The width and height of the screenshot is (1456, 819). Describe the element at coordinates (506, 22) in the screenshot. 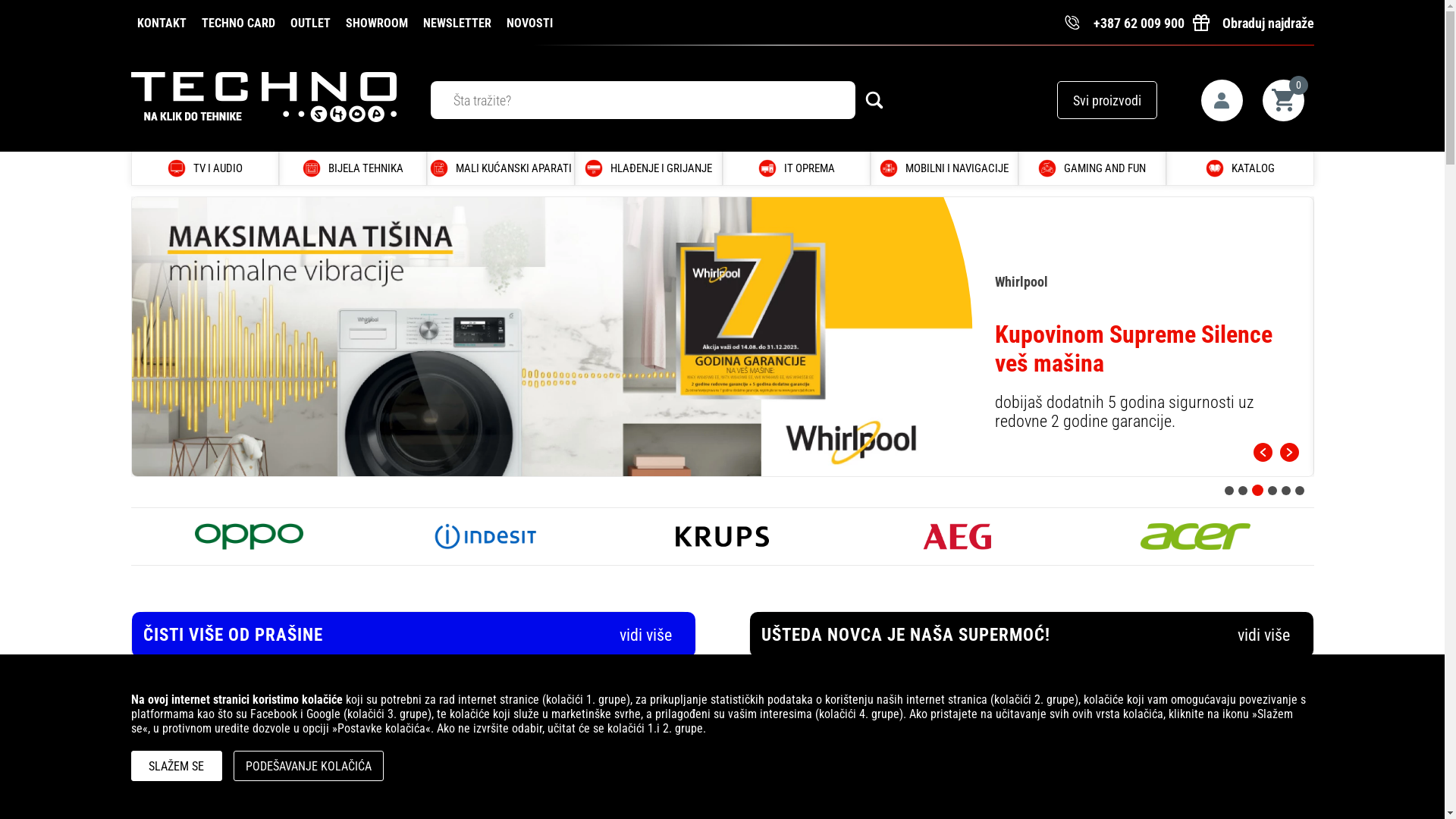

I see `'NOVOSTI'` at that location.